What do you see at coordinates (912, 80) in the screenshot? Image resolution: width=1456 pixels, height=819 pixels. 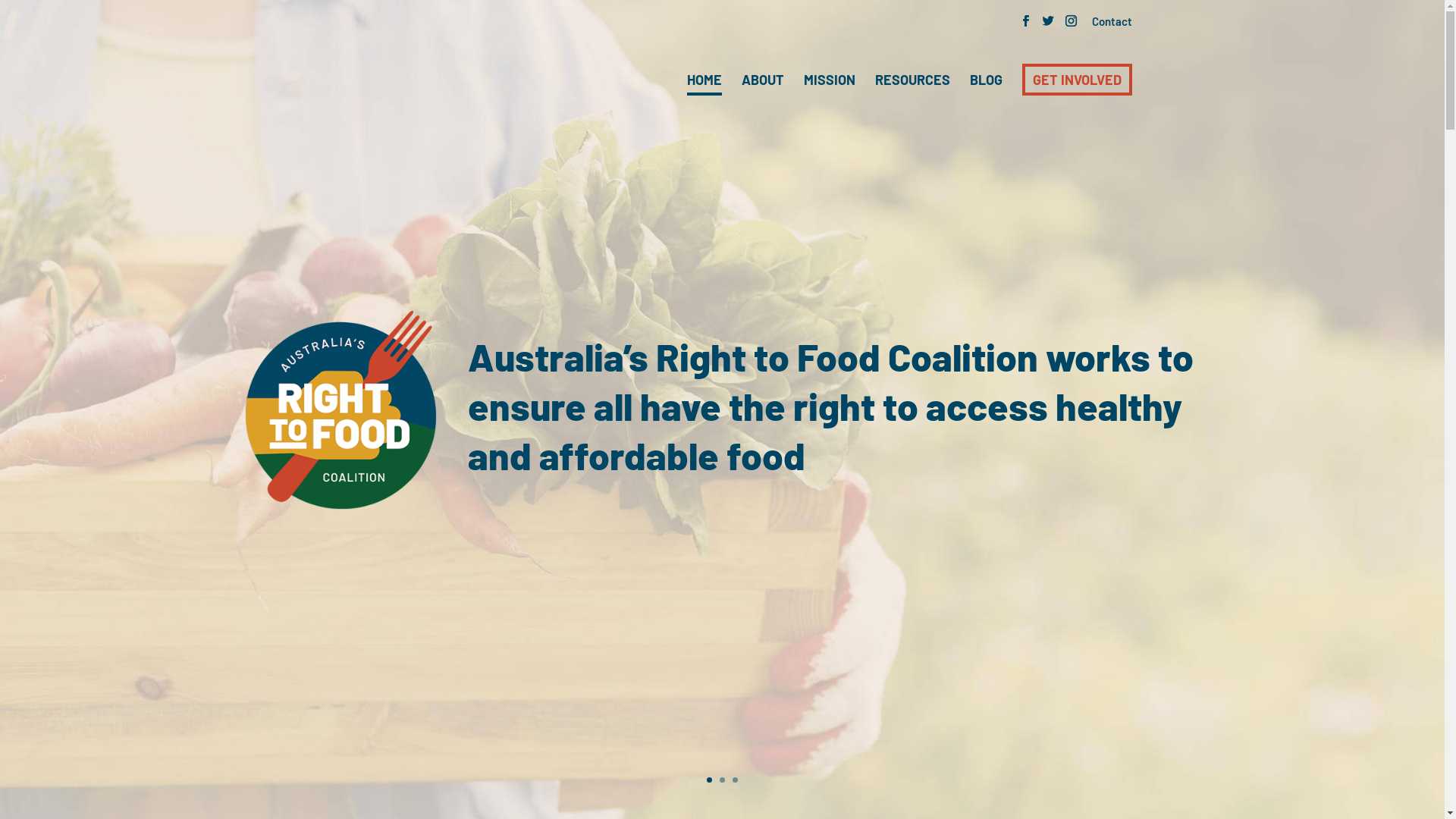 I see `'RESOURCES'` at bounding box center [912, 80].